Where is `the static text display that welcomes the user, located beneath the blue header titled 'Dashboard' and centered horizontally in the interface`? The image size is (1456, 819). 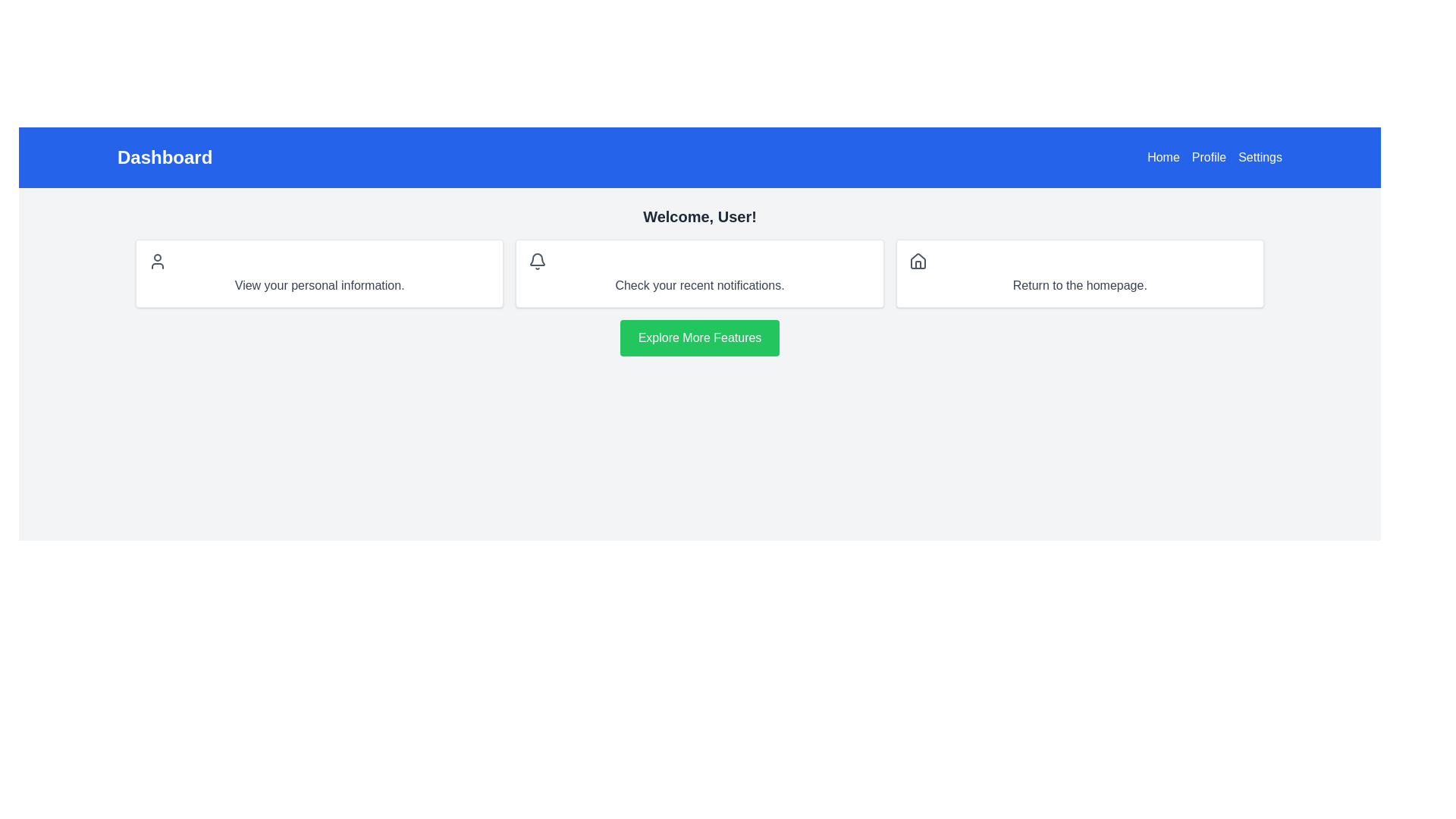
the static text display that welcomes the user, located beneath the blue header titled 'Dashboard' and centered horizontally in the interface is located at coordinates (698, 216).